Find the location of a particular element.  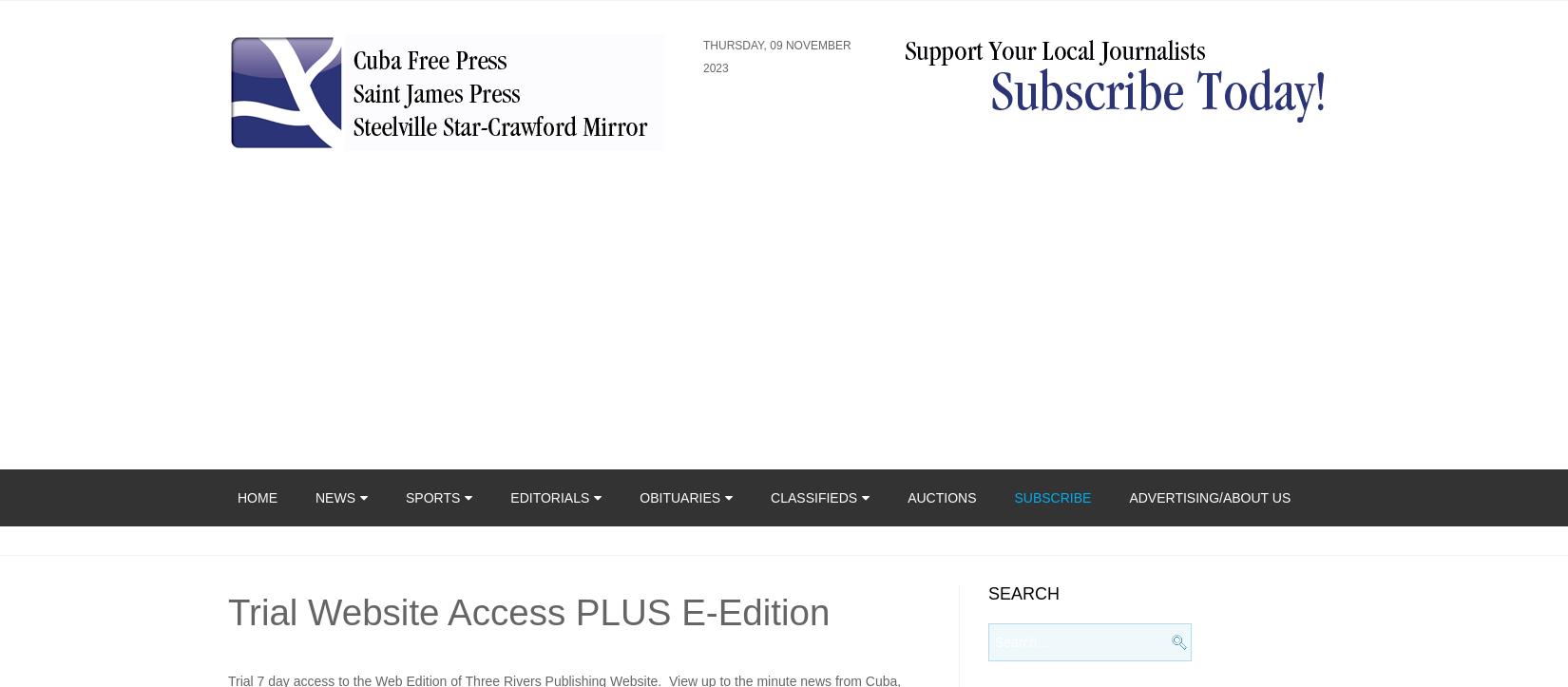

'Thursday, 09 November 2023' is located at coordinates (775, 57).